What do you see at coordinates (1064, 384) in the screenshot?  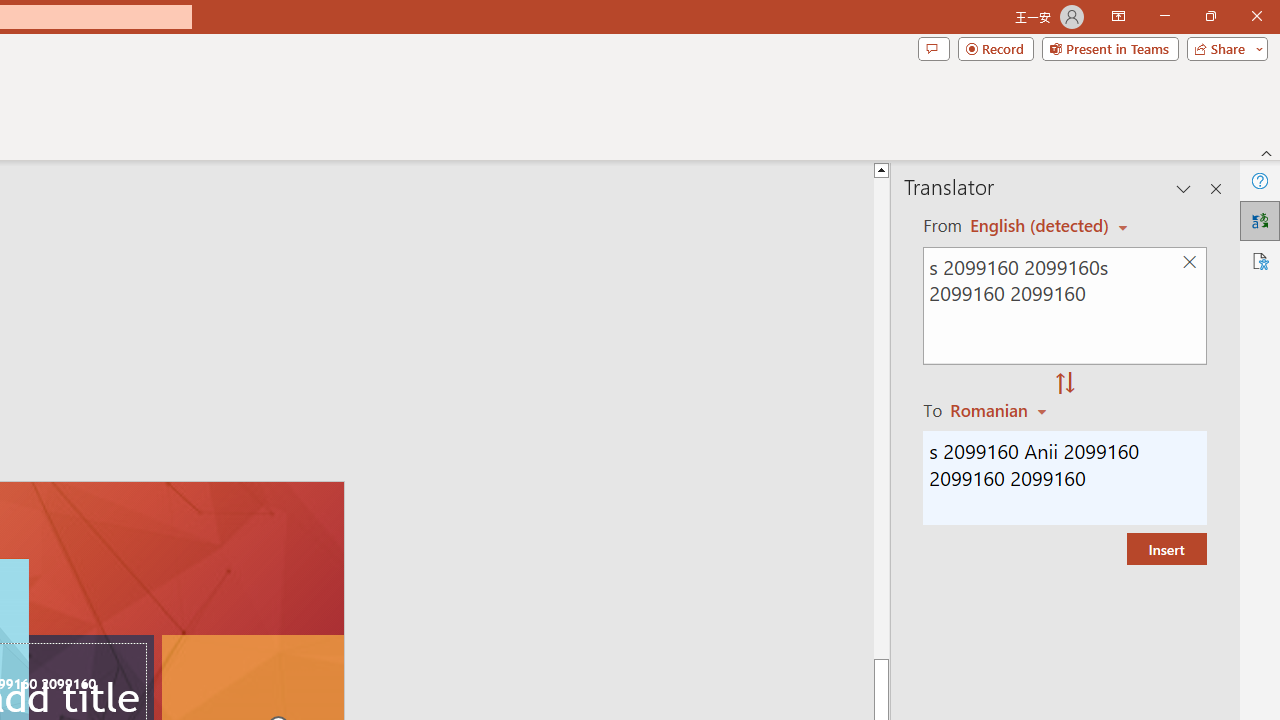 I see `'Swap "from" and "to" languages.'` at bounding box center [1064, 384].